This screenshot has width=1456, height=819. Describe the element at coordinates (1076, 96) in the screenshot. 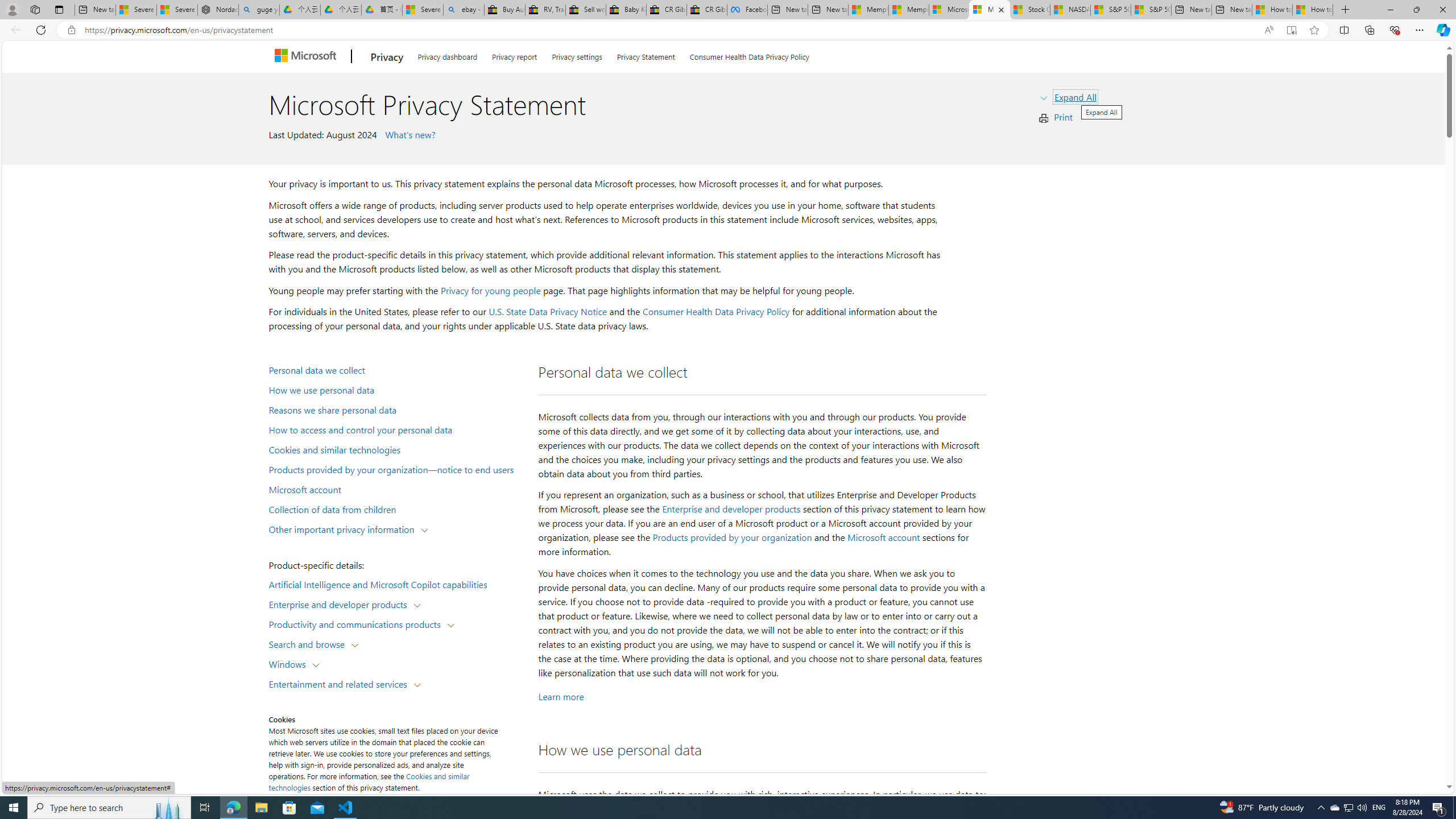

I see `'Expand All'` at that location.